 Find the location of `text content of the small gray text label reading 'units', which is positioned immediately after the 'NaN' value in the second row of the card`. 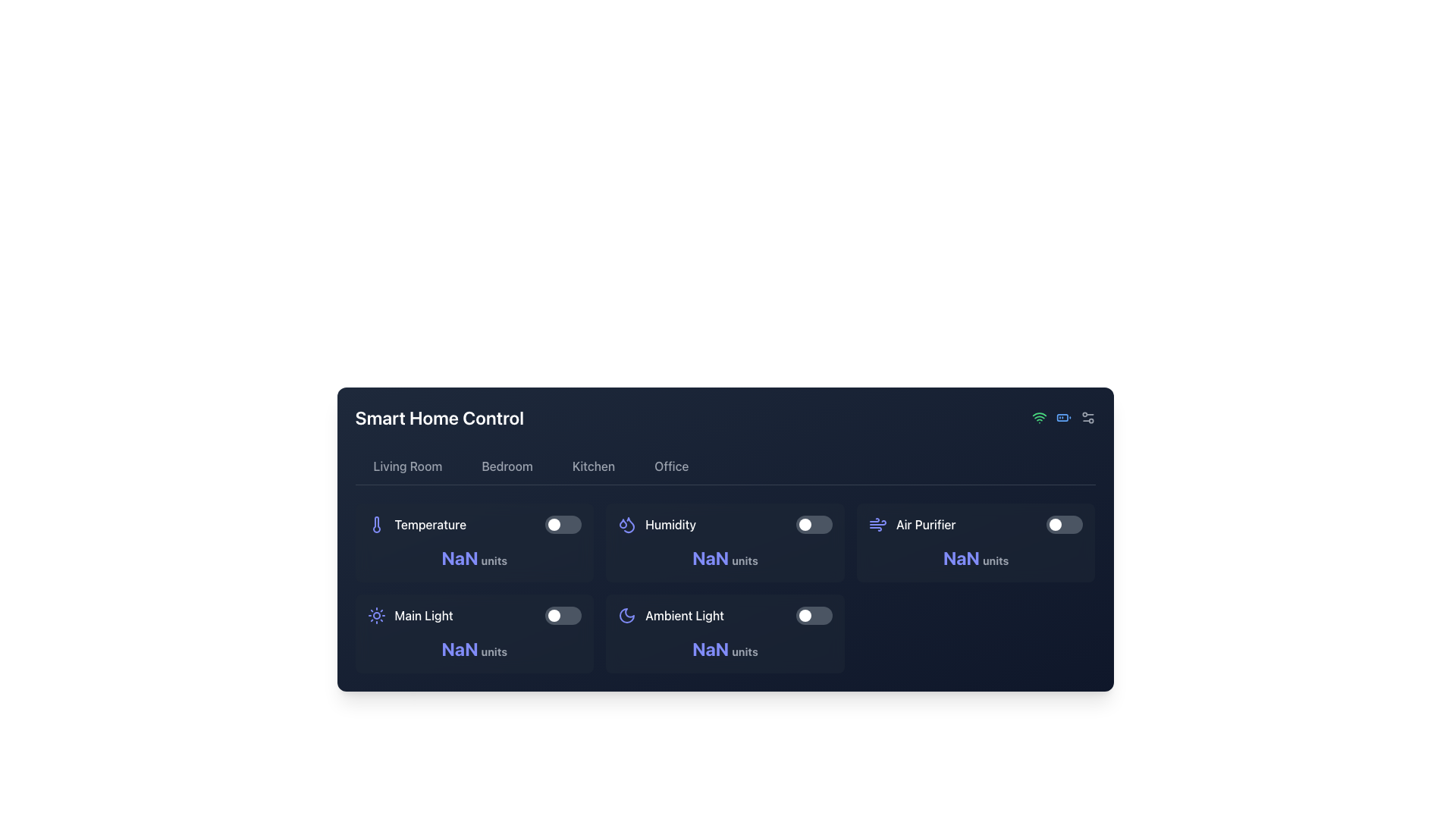

text content of the small gray text label reading 'units', which is positioned immediately after the 'NaN' value in the second row of the card is located at coordinates (745, 560).